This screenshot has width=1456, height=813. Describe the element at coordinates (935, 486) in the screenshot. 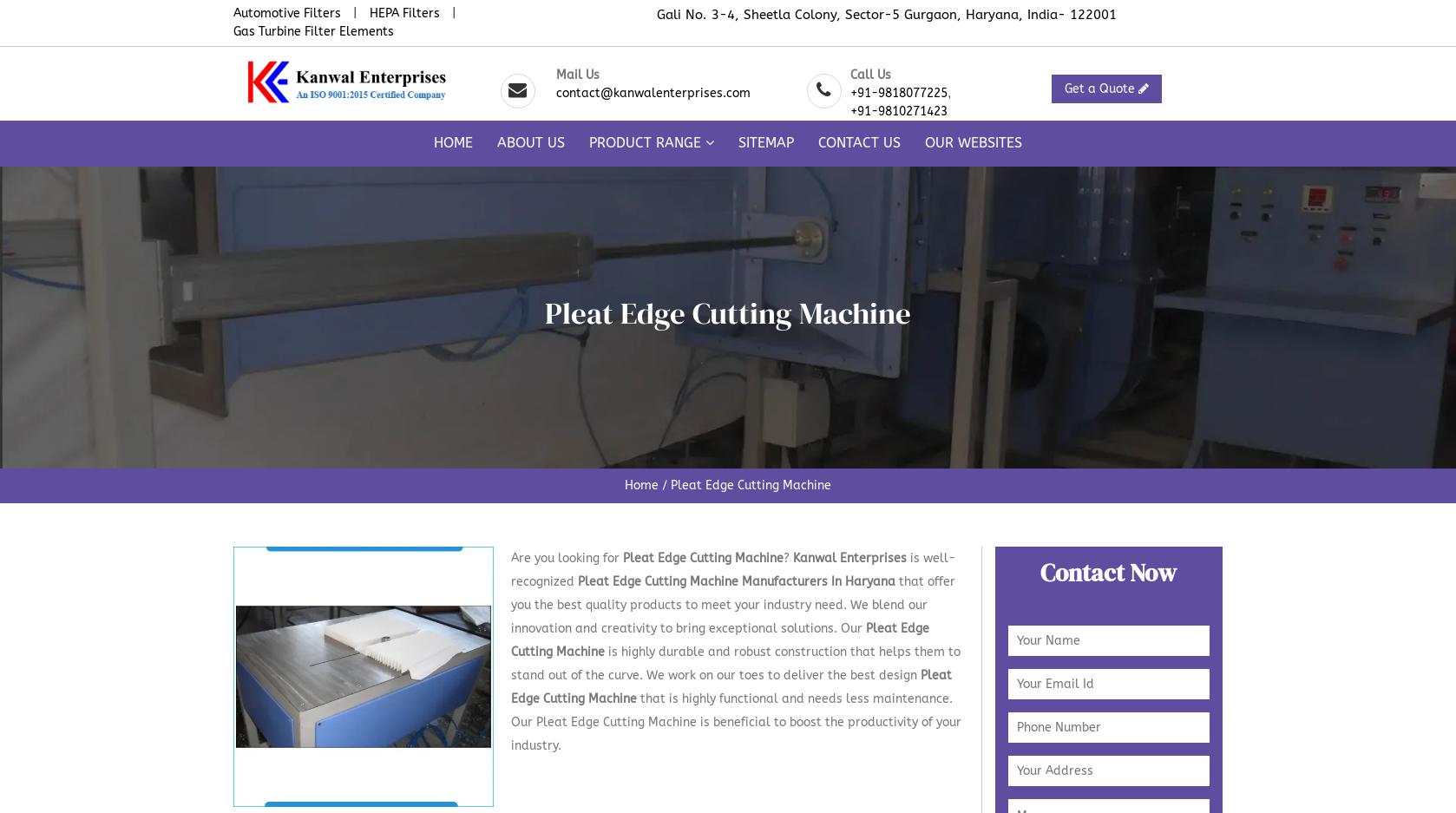

I see `'Yarn Winding Machine'` at that location.